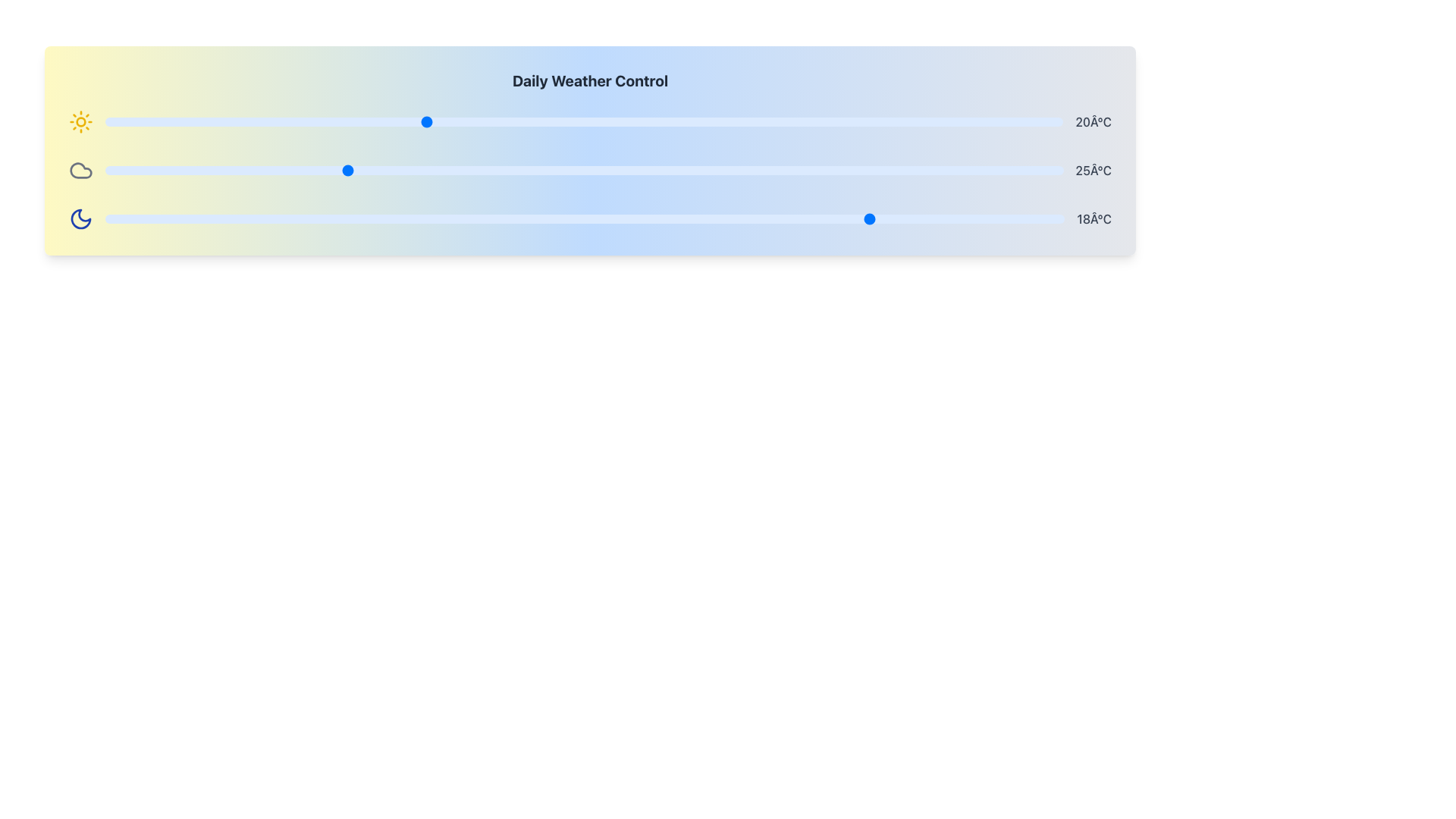  I want to click on the slider value, so click(776, 170).